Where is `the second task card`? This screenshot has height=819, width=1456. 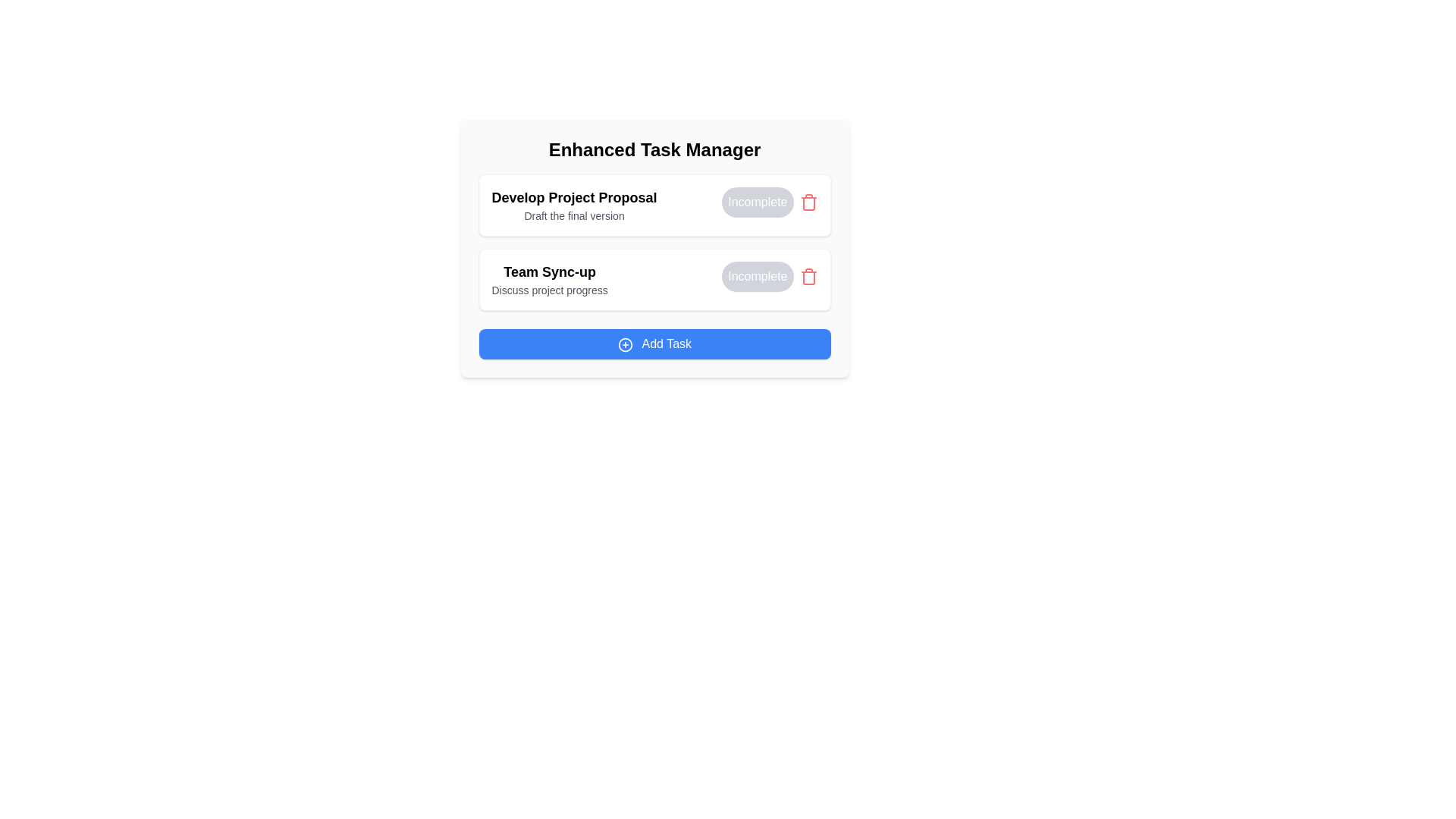
the second task card is located at coordinates (654, 280).